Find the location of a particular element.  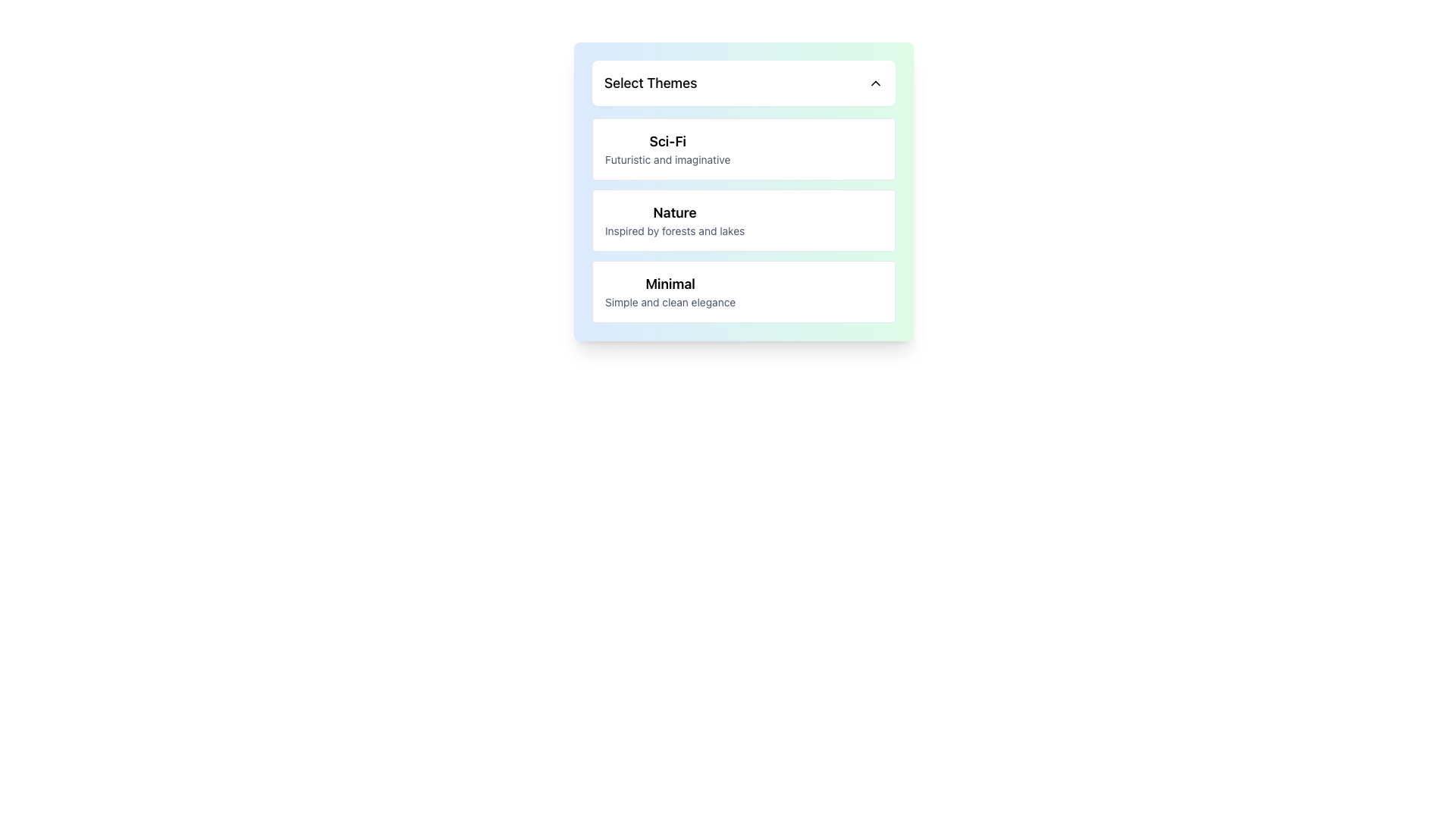

the 'Select Themes' dropdown selector is located at coordinates (743, 83).